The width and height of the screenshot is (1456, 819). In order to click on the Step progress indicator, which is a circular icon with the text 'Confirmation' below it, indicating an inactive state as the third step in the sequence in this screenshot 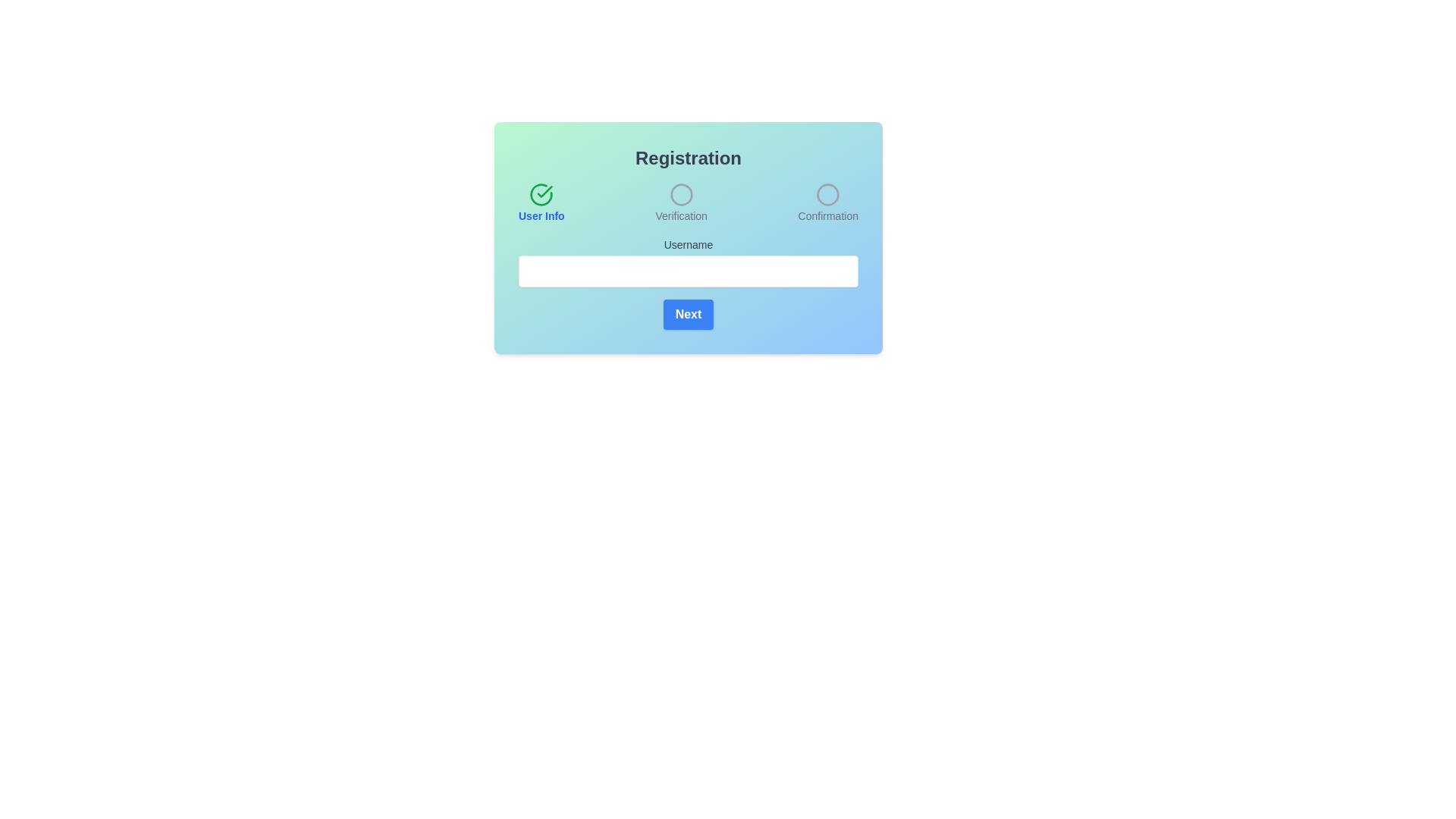, I will do `click(827, 203)`.